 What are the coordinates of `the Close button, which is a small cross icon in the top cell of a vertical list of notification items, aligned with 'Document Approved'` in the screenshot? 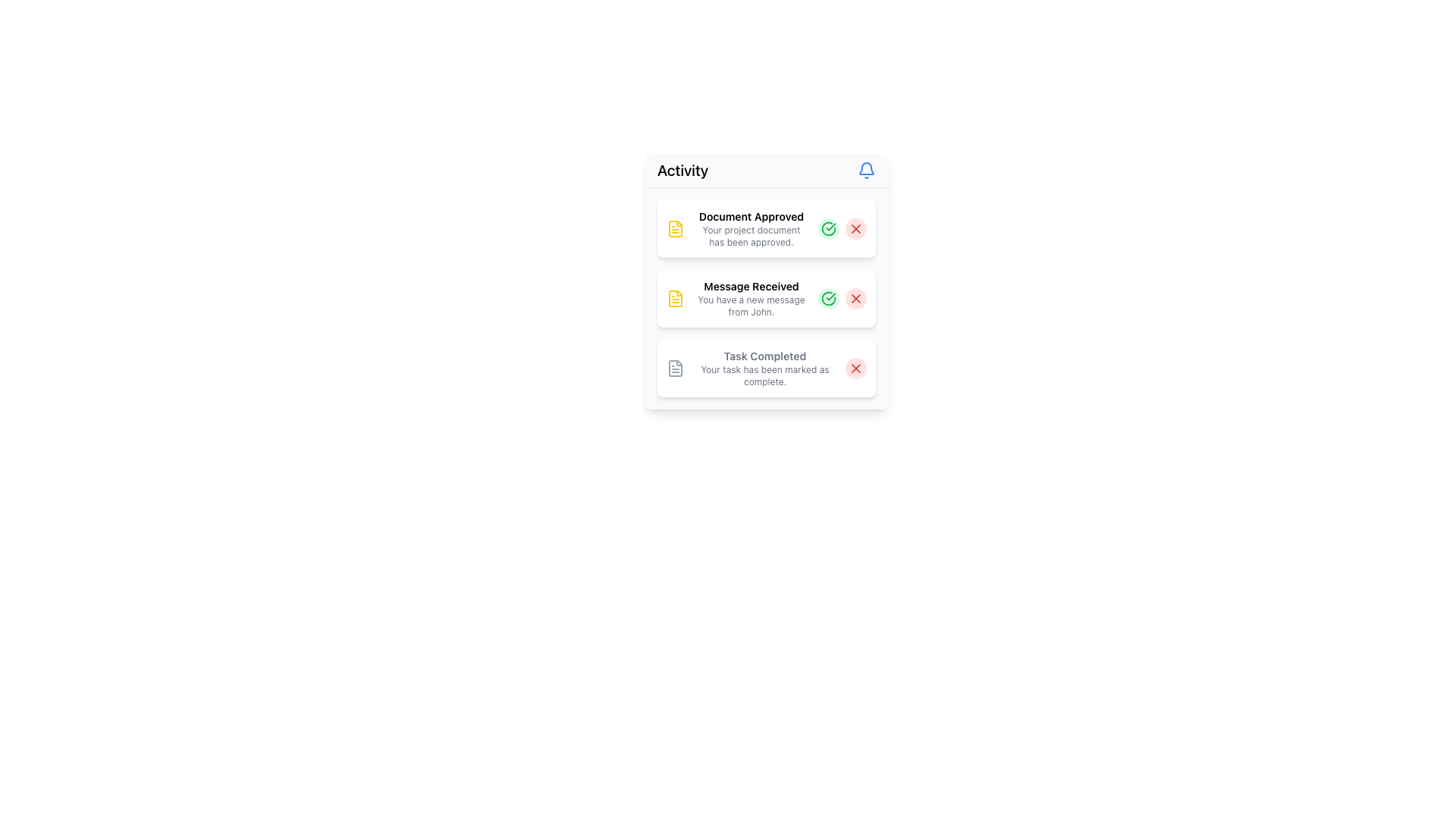 It's located at (855, 228).